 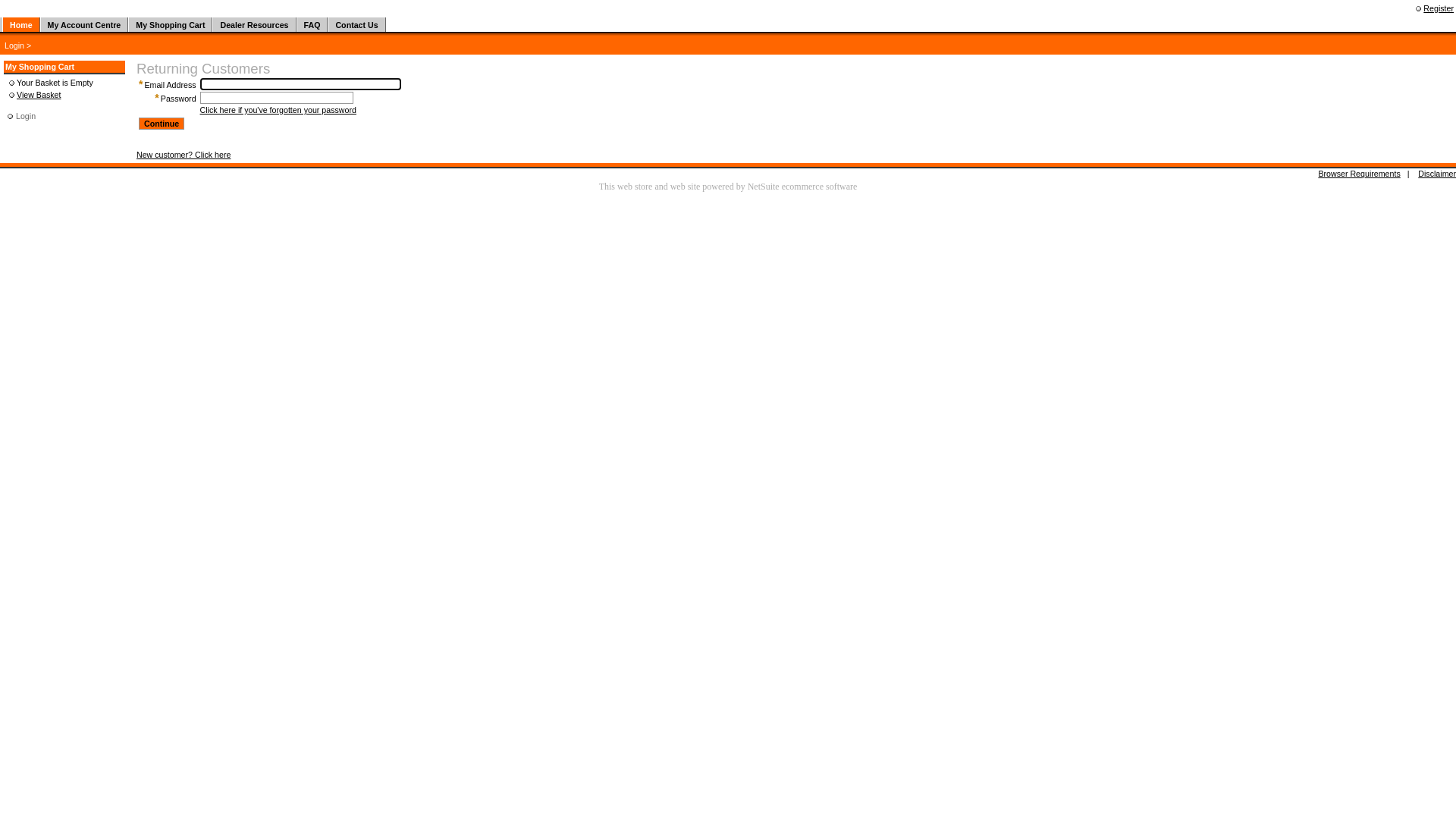 I want to click on 'Contact Us', so click(x=356, y=24).